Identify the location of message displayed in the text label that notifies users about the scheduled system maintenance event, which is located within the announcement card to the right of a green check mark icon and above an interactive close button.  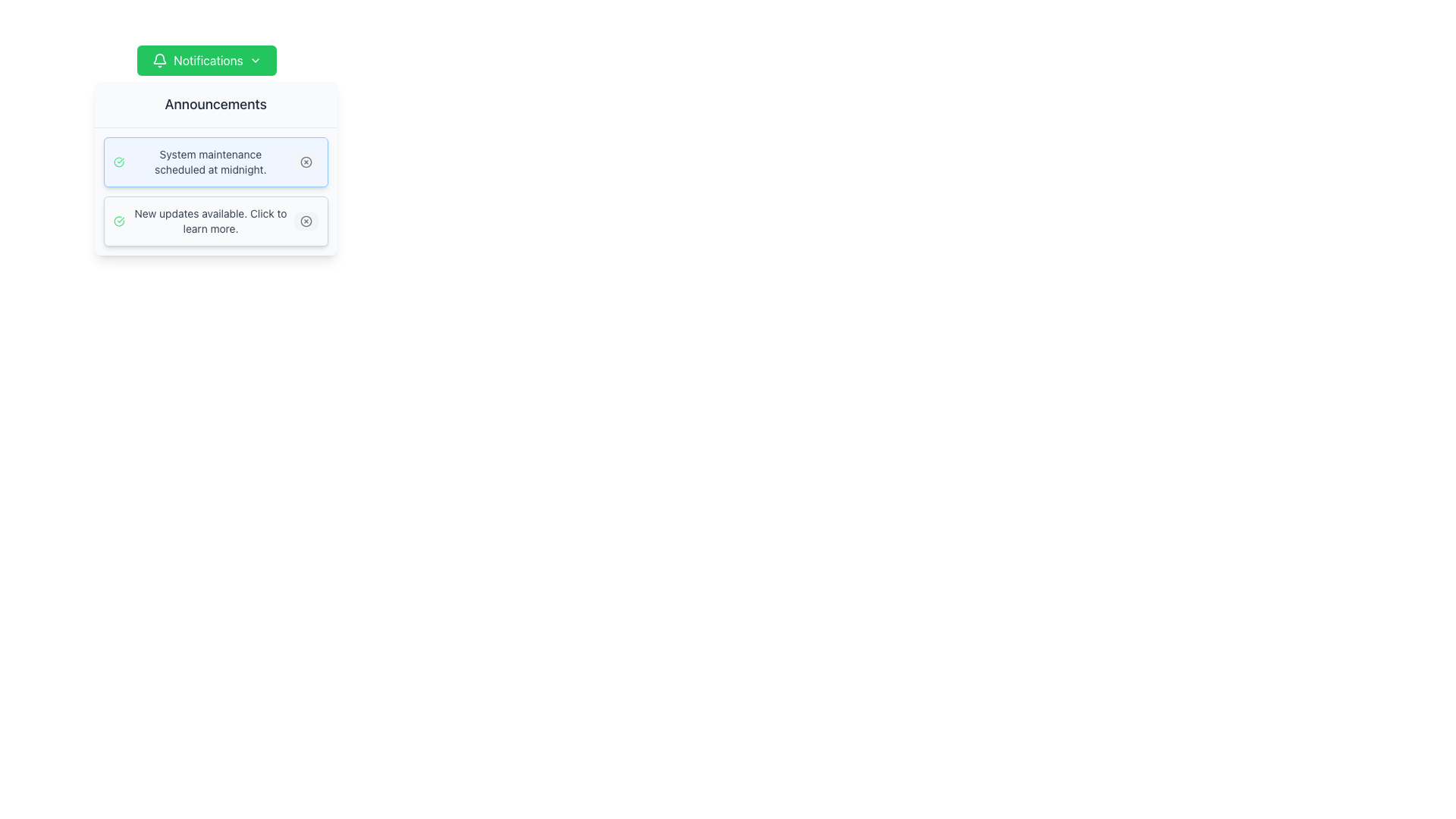
(209, 162).